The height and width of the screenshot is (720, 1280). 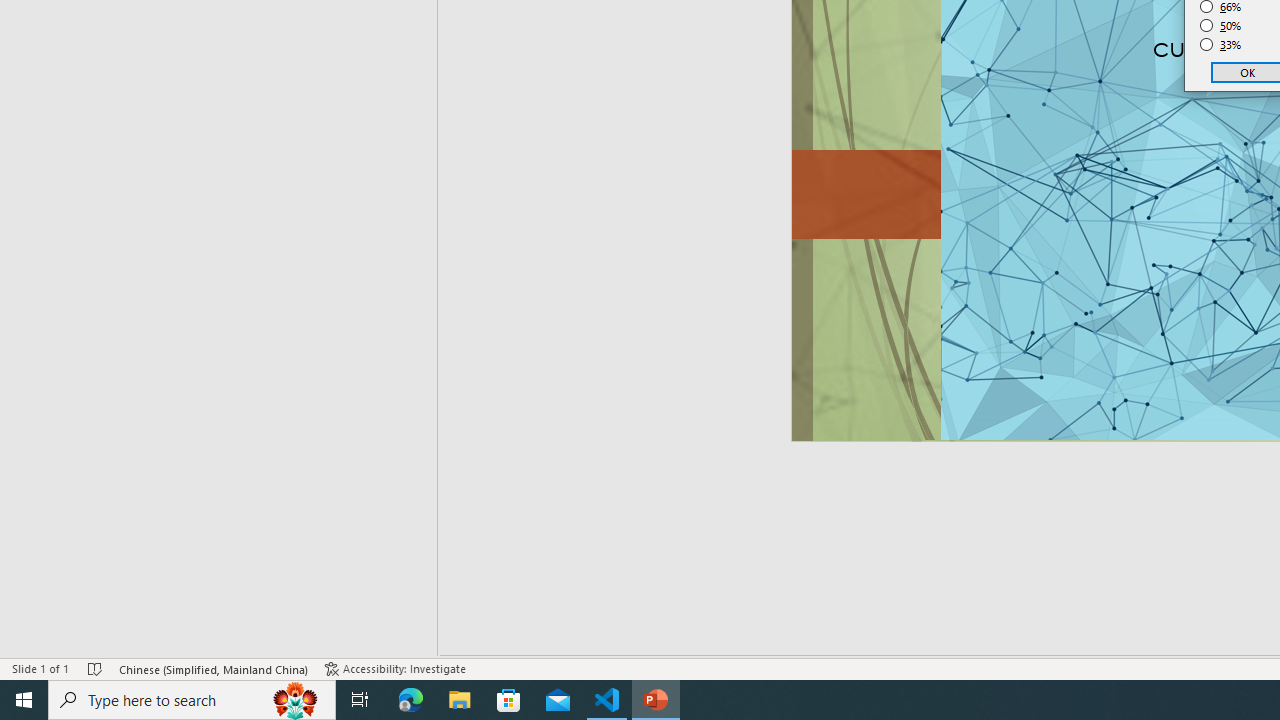 I want to click on '33%', so click(x=1220, y=45).